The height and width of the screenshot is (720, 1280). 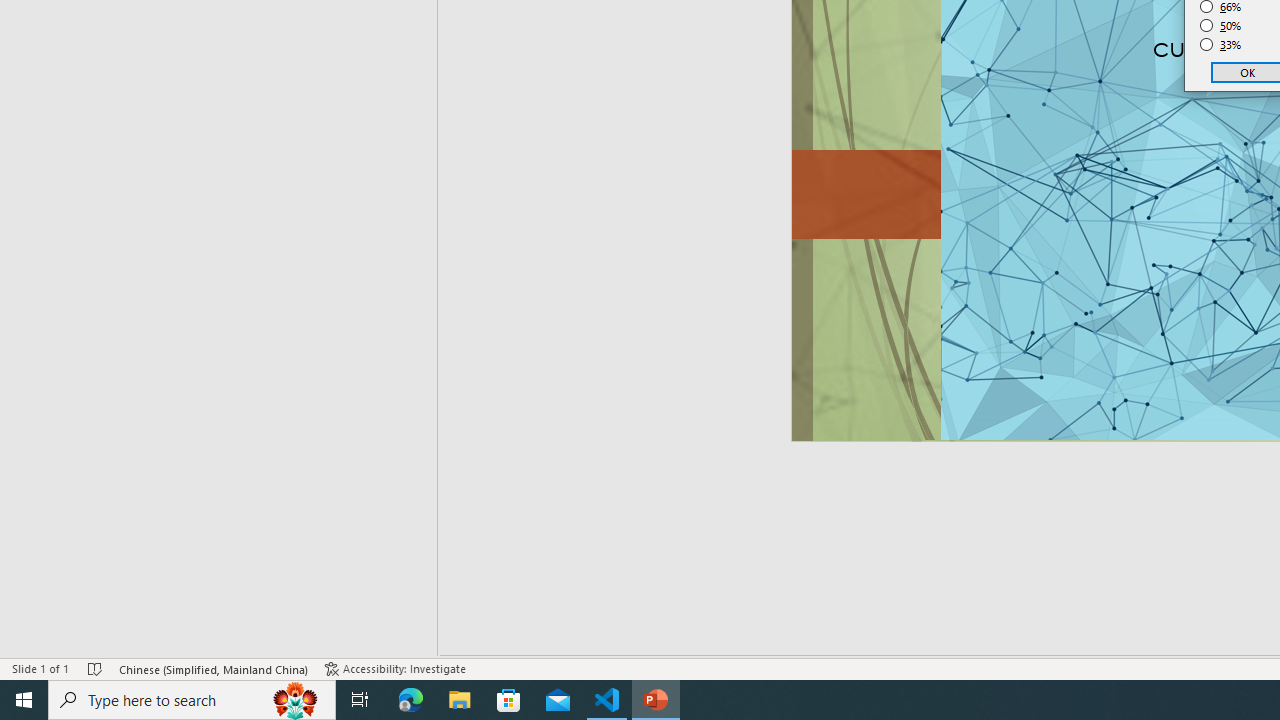 I want to click on '33%', so click(x=1220, y=45).